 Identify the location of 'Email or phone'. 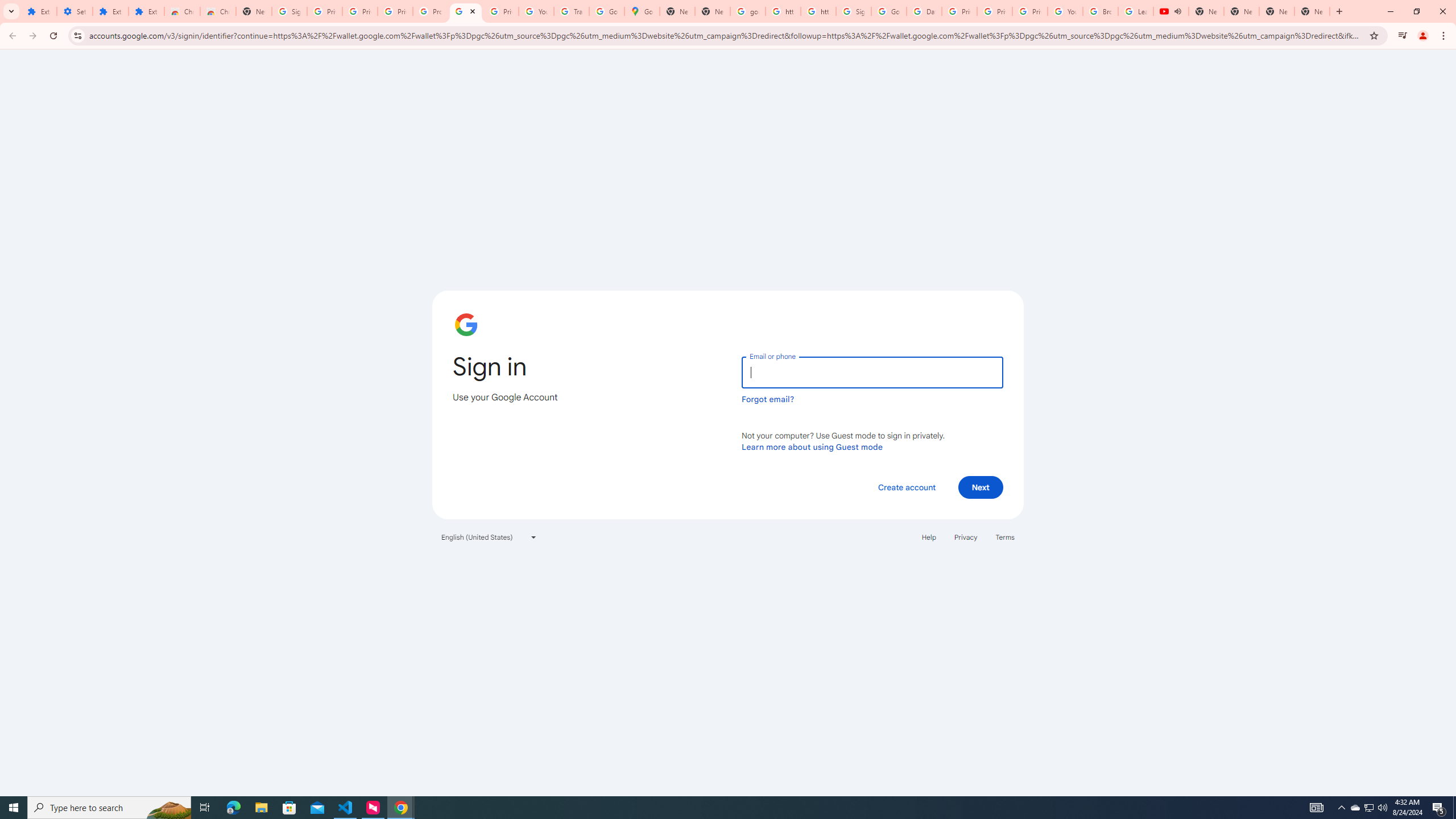
(871, 372).